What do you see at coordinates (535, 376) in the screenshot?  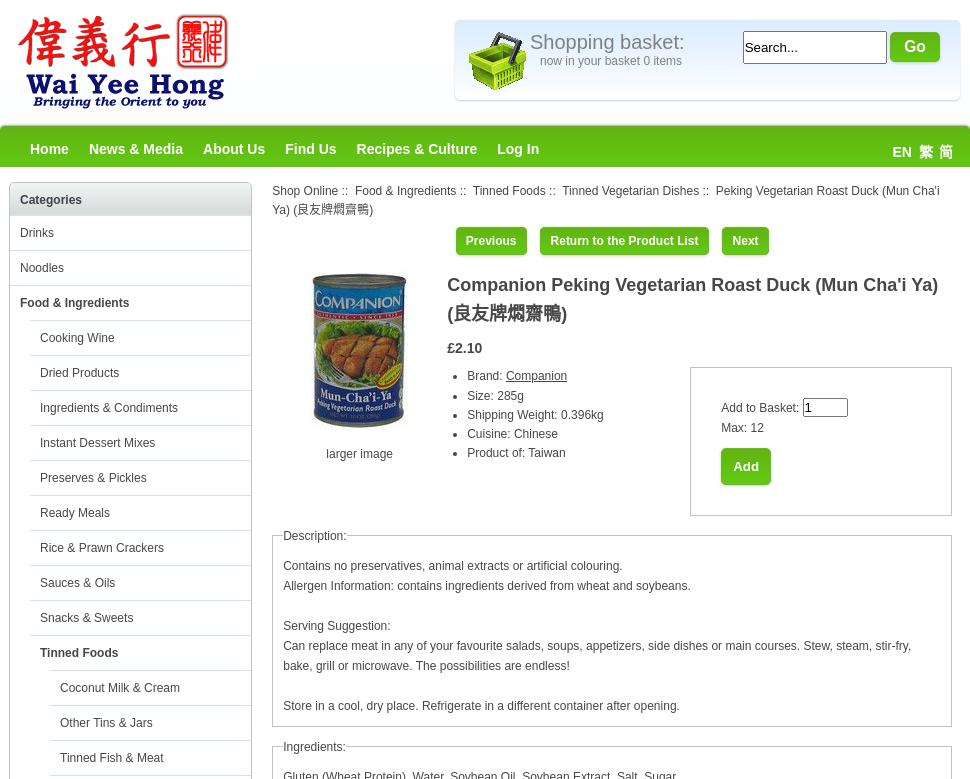 I see `'Companion'` at bounding box center [535, 376].